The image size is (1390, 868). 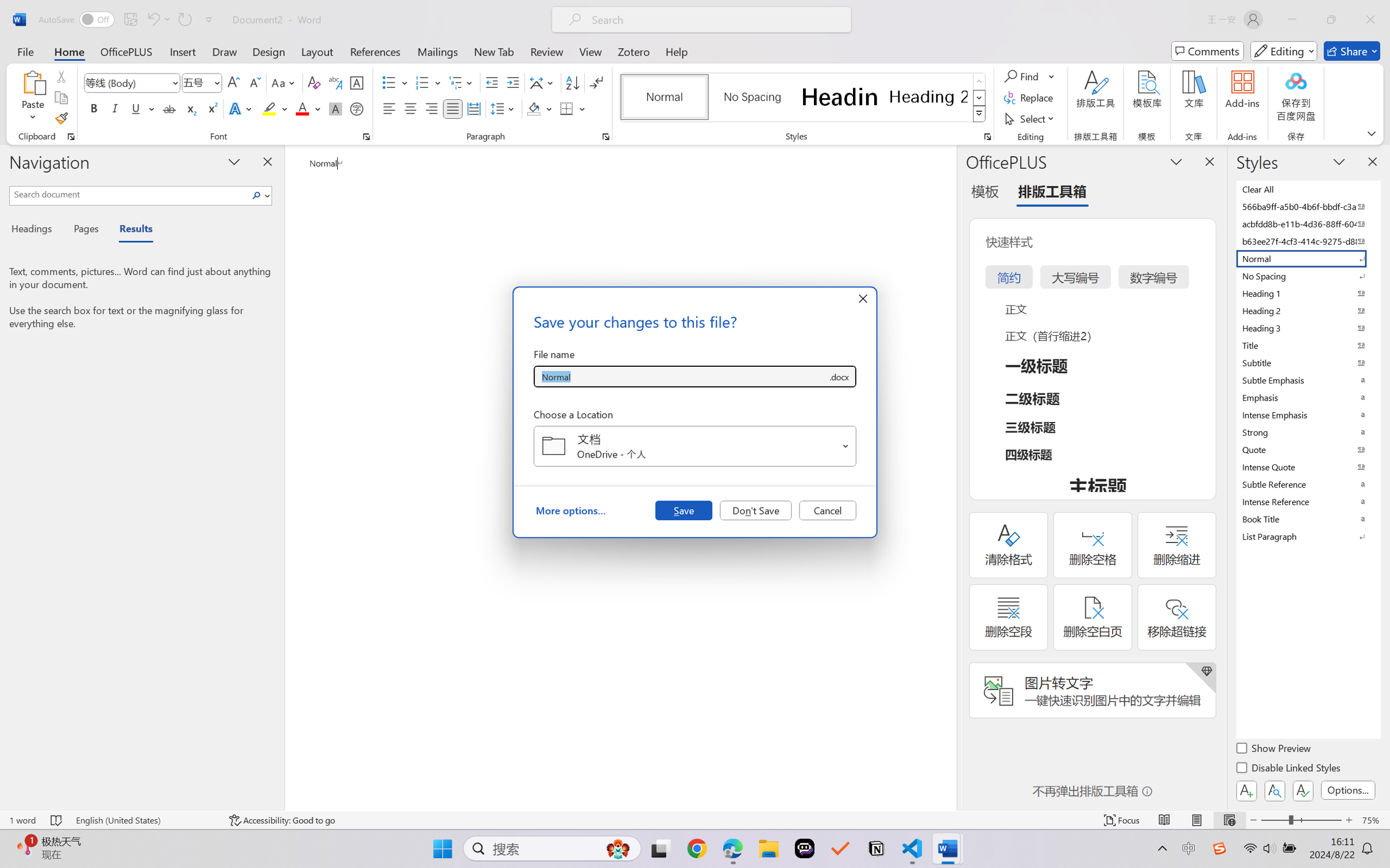 I want to click on 'Word Count 1 word', so click(x=21, y=820).